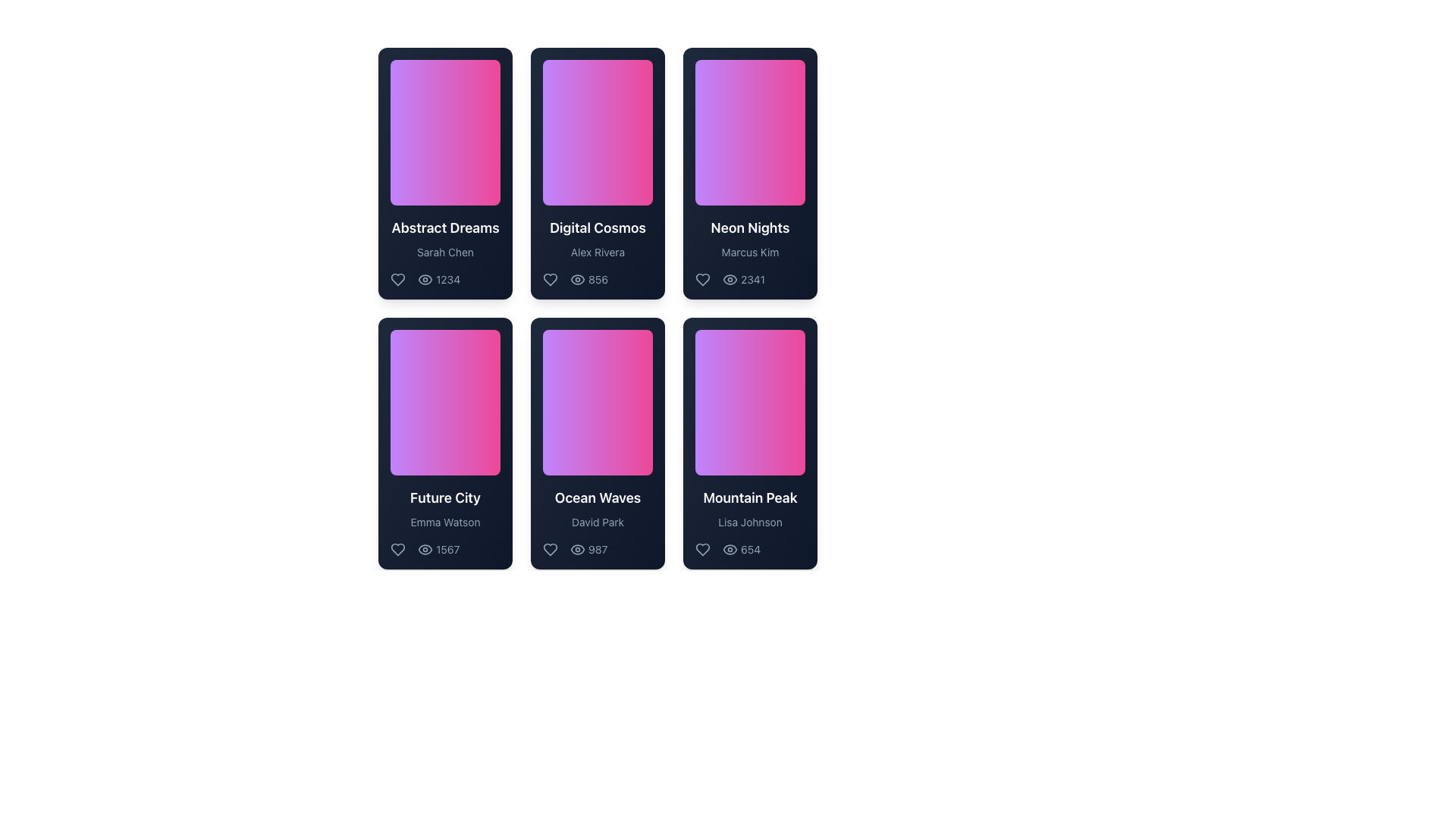  What do you see at coordinates (577, 550) in the screenshot?
I see `the visual marker icon indicating views related to the 'Ocean Waves' card, located in the second row and second column of the grid, immediately to the left of the number '987'` at bounding box center [577, 550].